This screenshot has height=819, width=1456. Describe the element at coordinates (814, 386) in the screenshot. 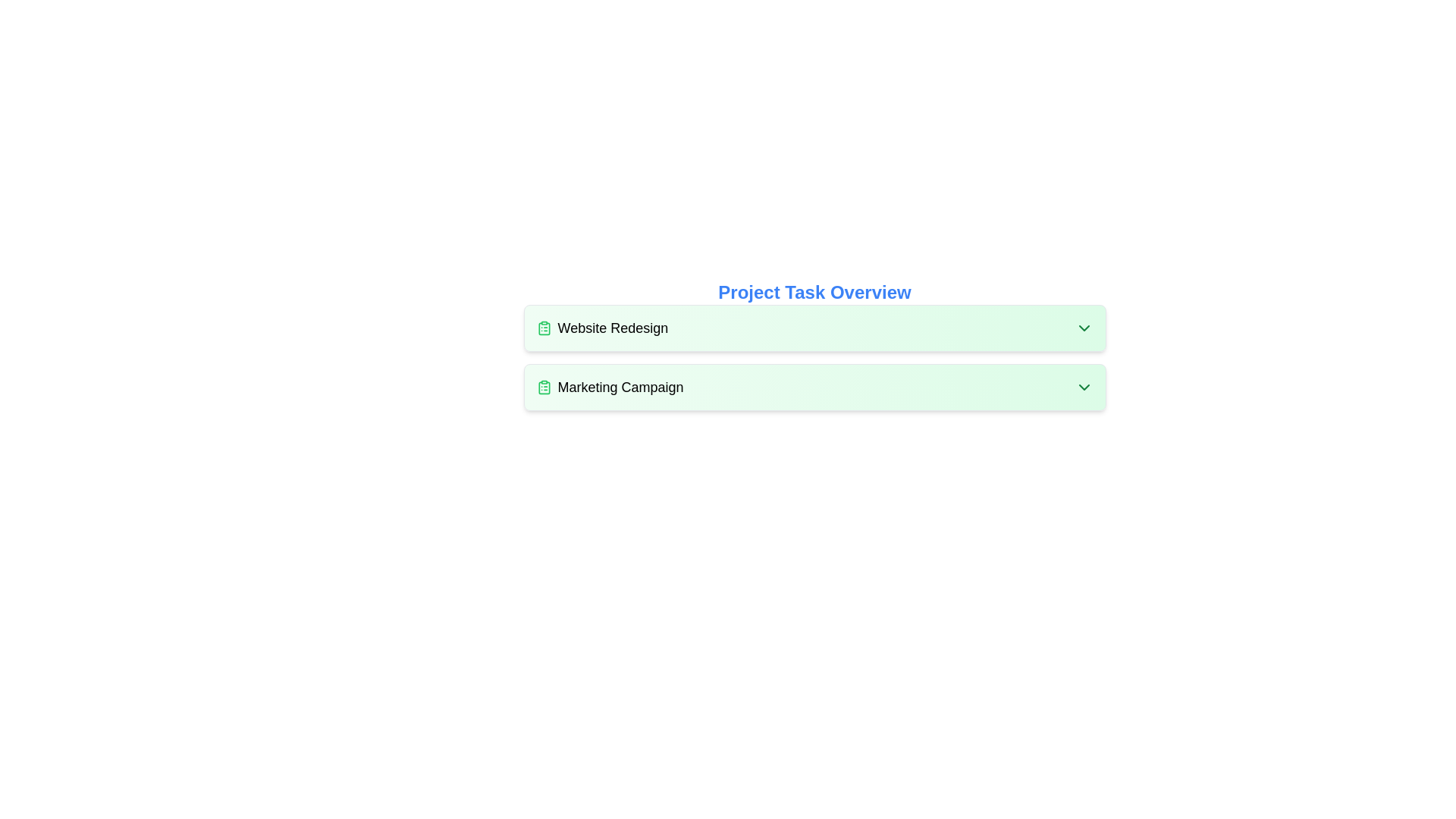

I see `the 'Marketing Campaign' selectable card located below the 'Website Redesign' card in the 'Project Task Overview' section` at that location.